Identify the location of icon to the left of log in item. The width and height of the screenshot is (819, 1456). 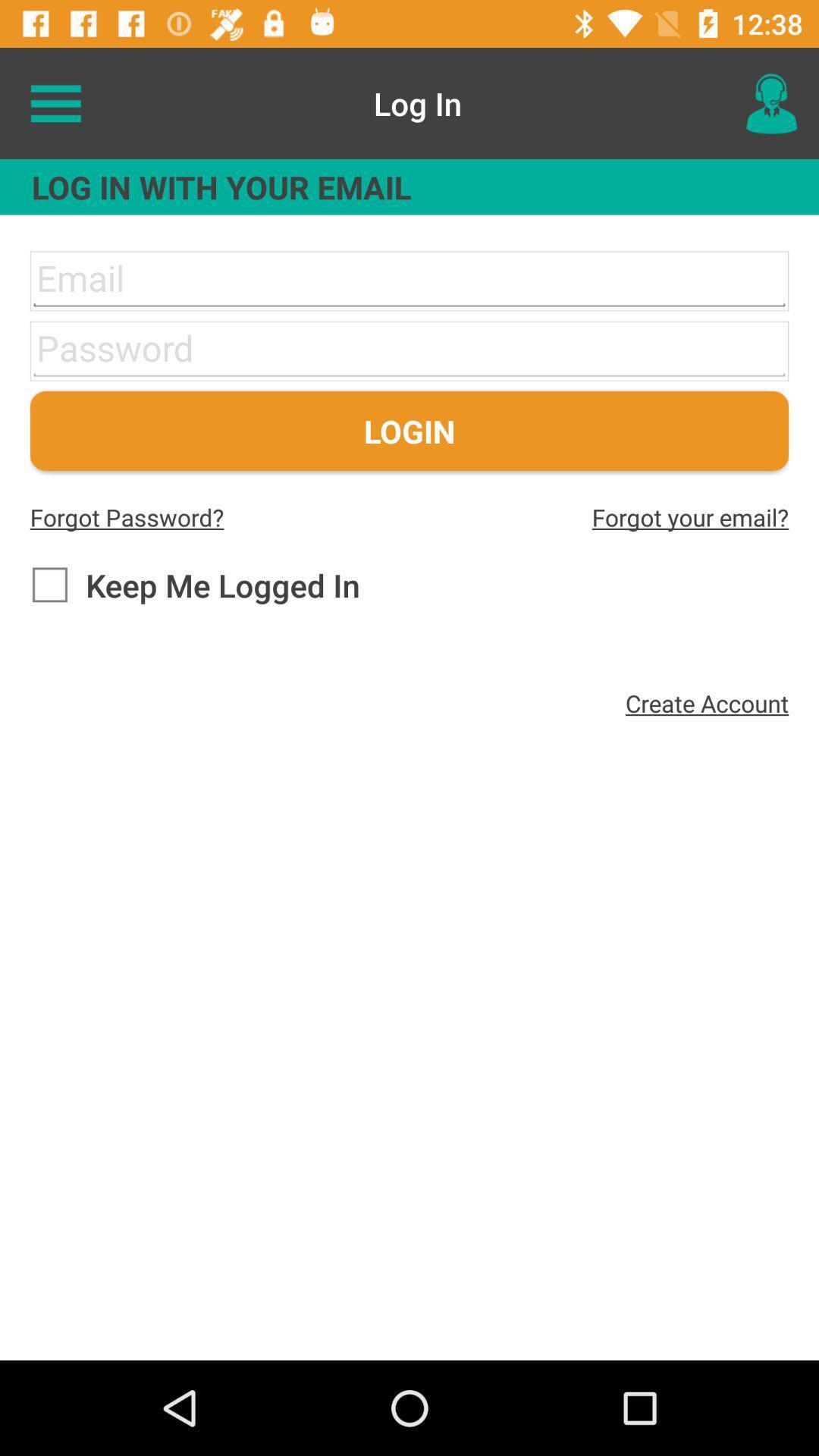
(55, 102).